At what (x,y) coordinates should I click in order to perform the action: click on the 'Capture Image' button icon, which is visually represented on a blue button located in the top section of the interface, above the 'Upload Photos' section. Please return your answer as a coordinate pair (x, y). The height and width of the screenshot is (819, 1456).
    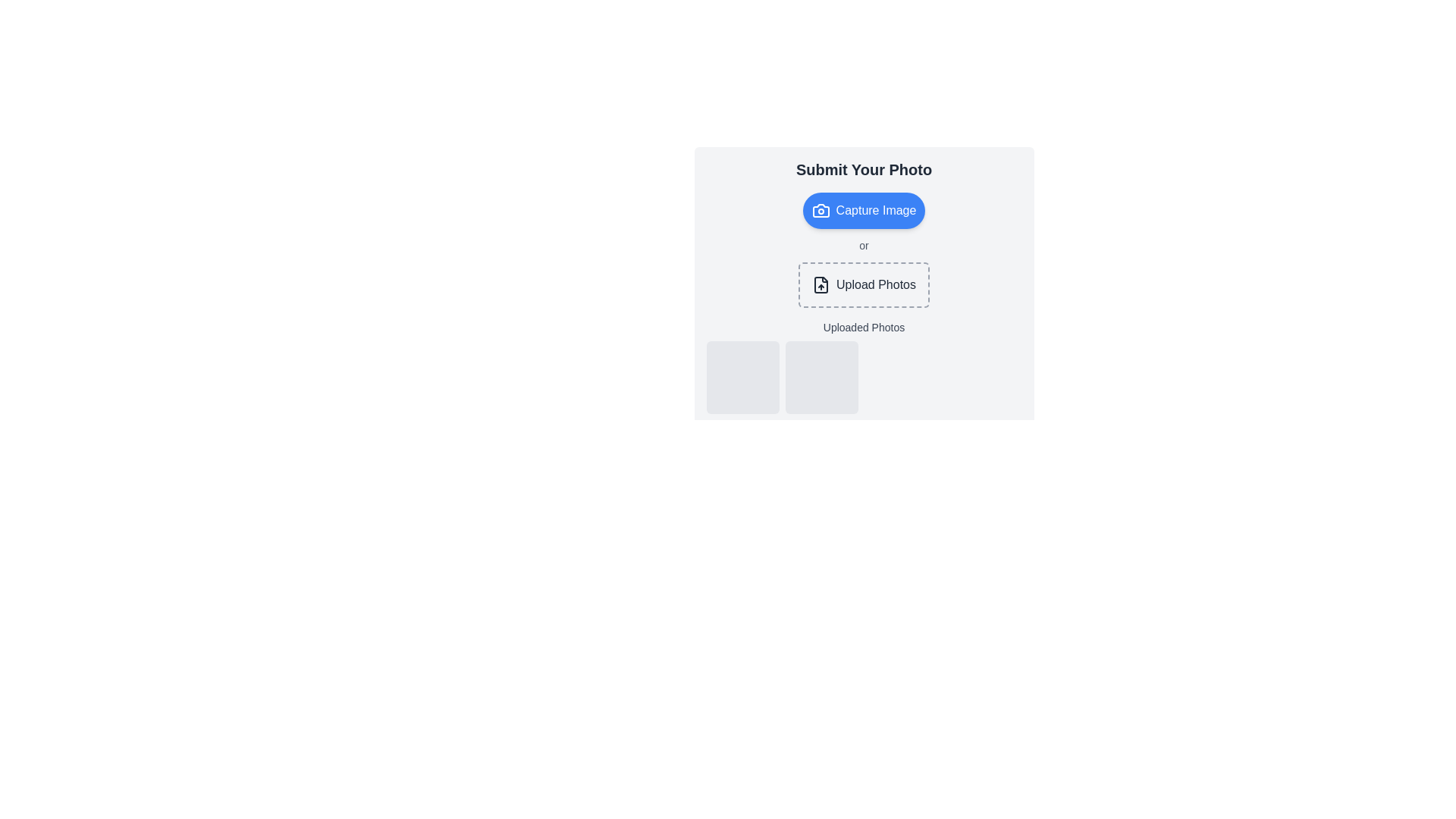
    Looking at the image, I should click on (820, 210).